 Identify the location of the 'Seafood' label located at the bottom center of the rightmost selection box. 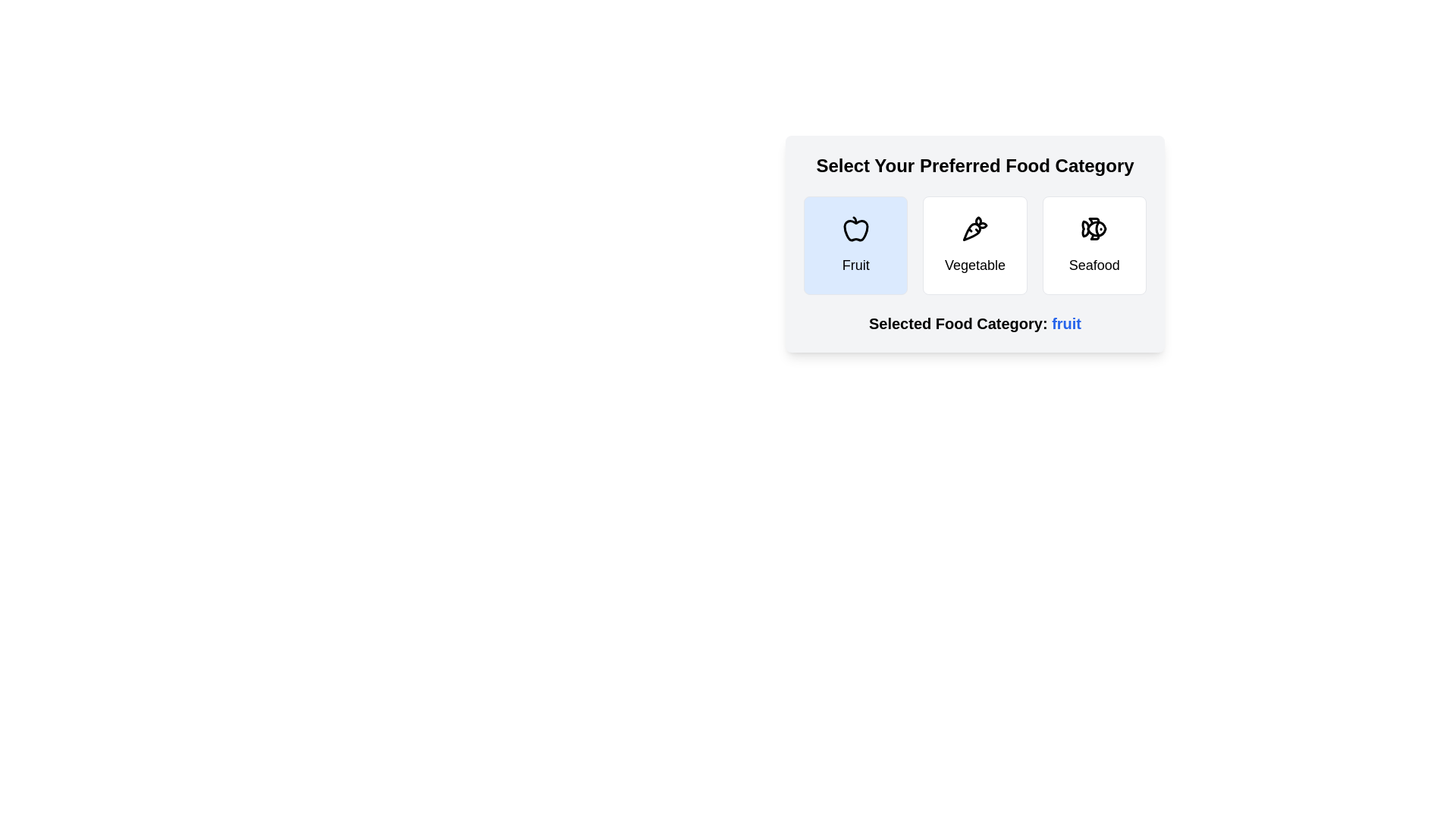
(1094, 265).